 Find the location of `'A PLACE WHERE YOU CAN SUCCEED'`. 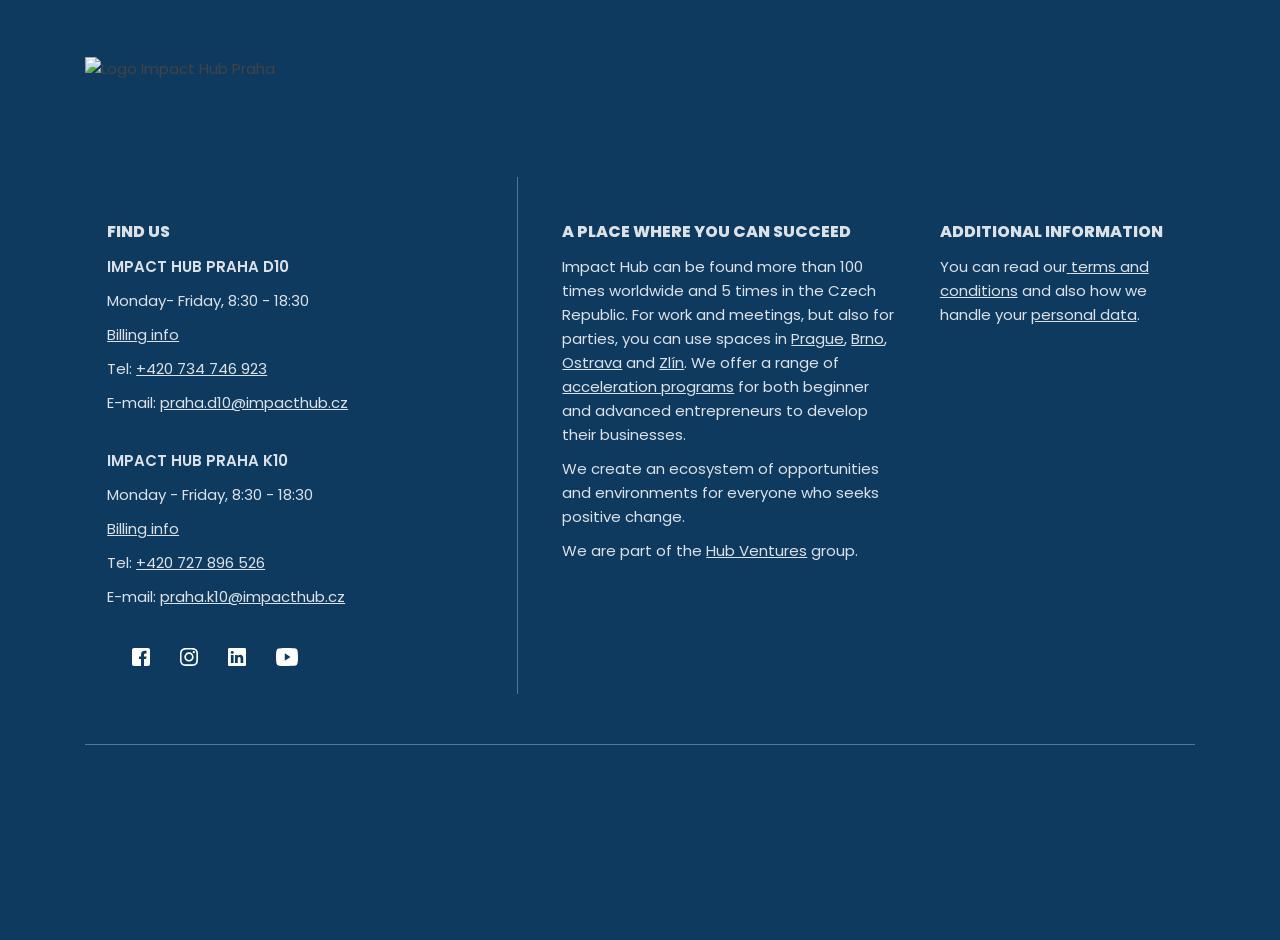

'A PLACE WHERE YOU CAN SUCCEED' is located at coordinates (561, 230).